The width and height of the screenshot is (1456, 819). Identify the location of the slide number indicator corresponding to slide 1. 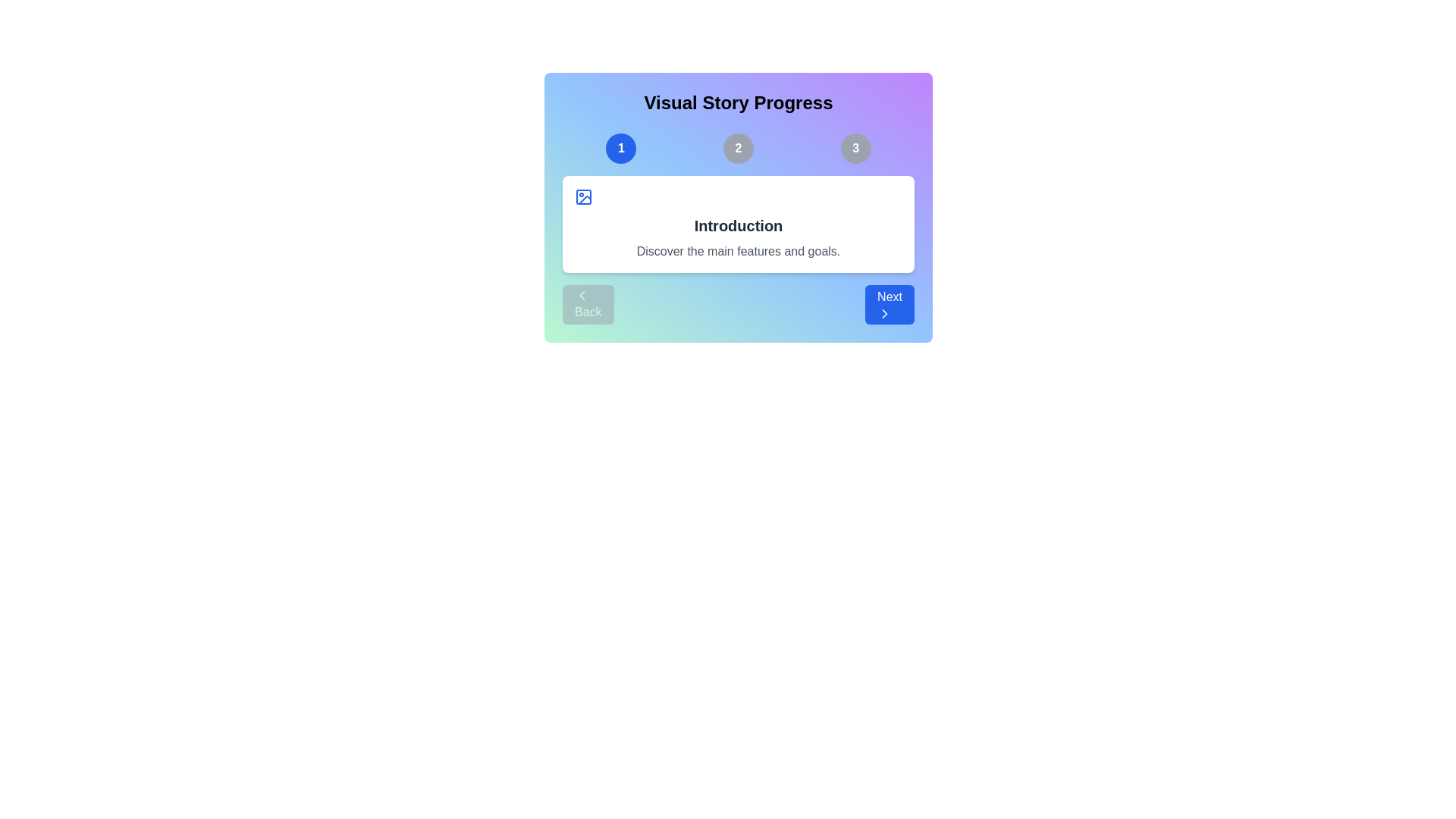
(621, 149).